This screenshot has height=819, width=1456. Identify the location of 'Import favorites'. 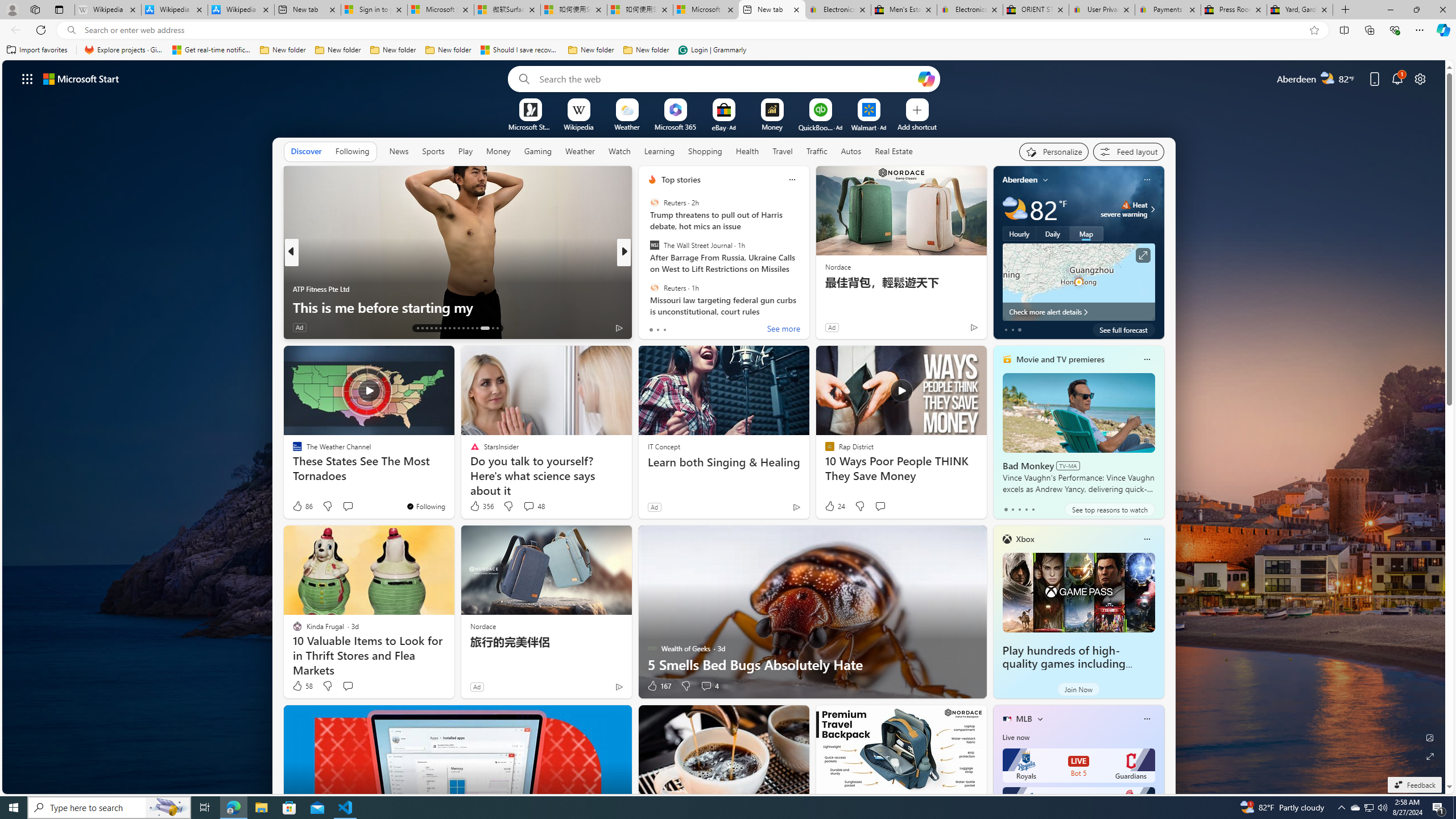
(37, 49).